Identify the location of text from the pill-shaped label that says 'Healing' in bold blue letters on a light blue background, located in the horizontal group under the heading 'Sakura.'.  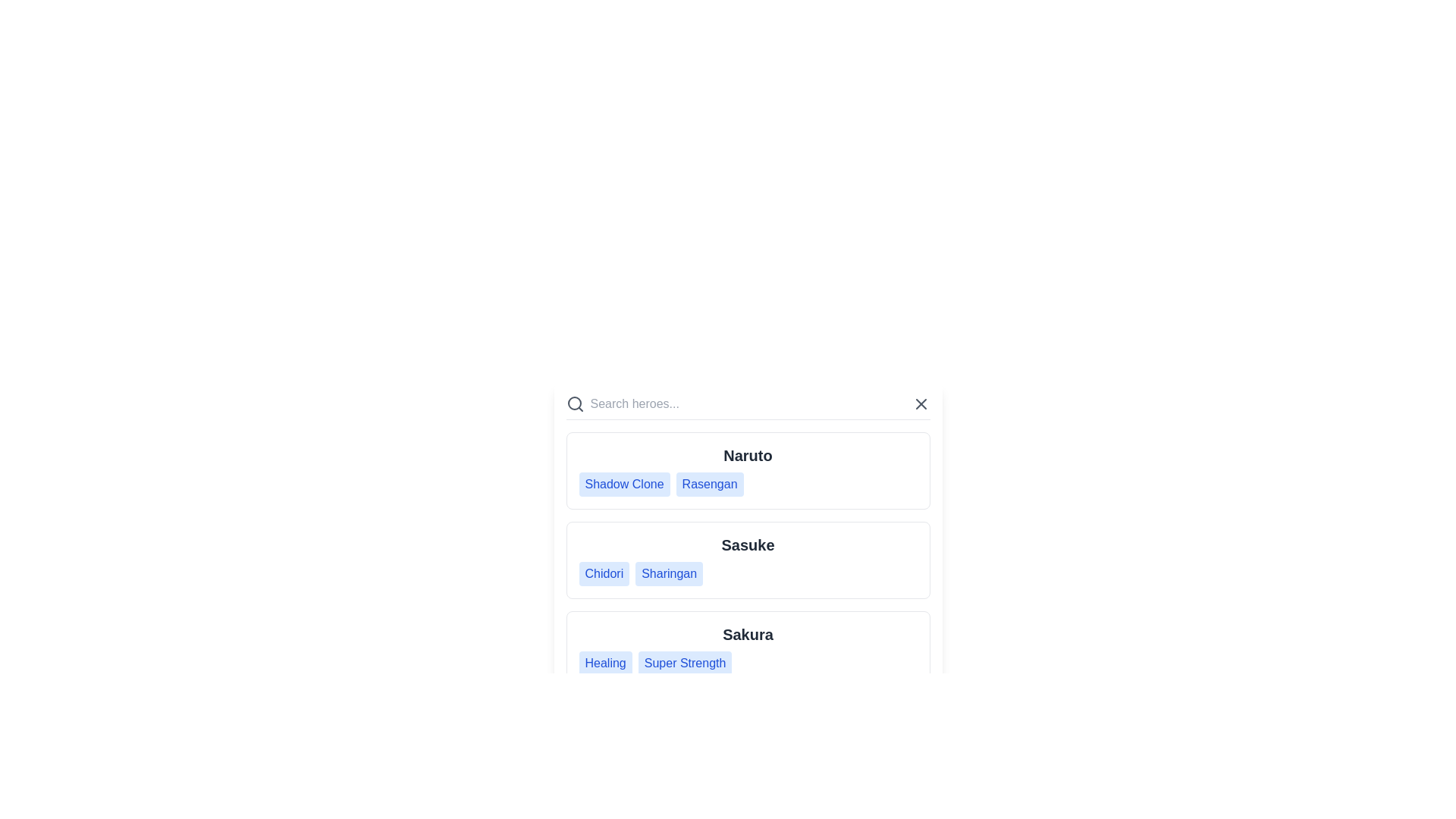
(604, 663).